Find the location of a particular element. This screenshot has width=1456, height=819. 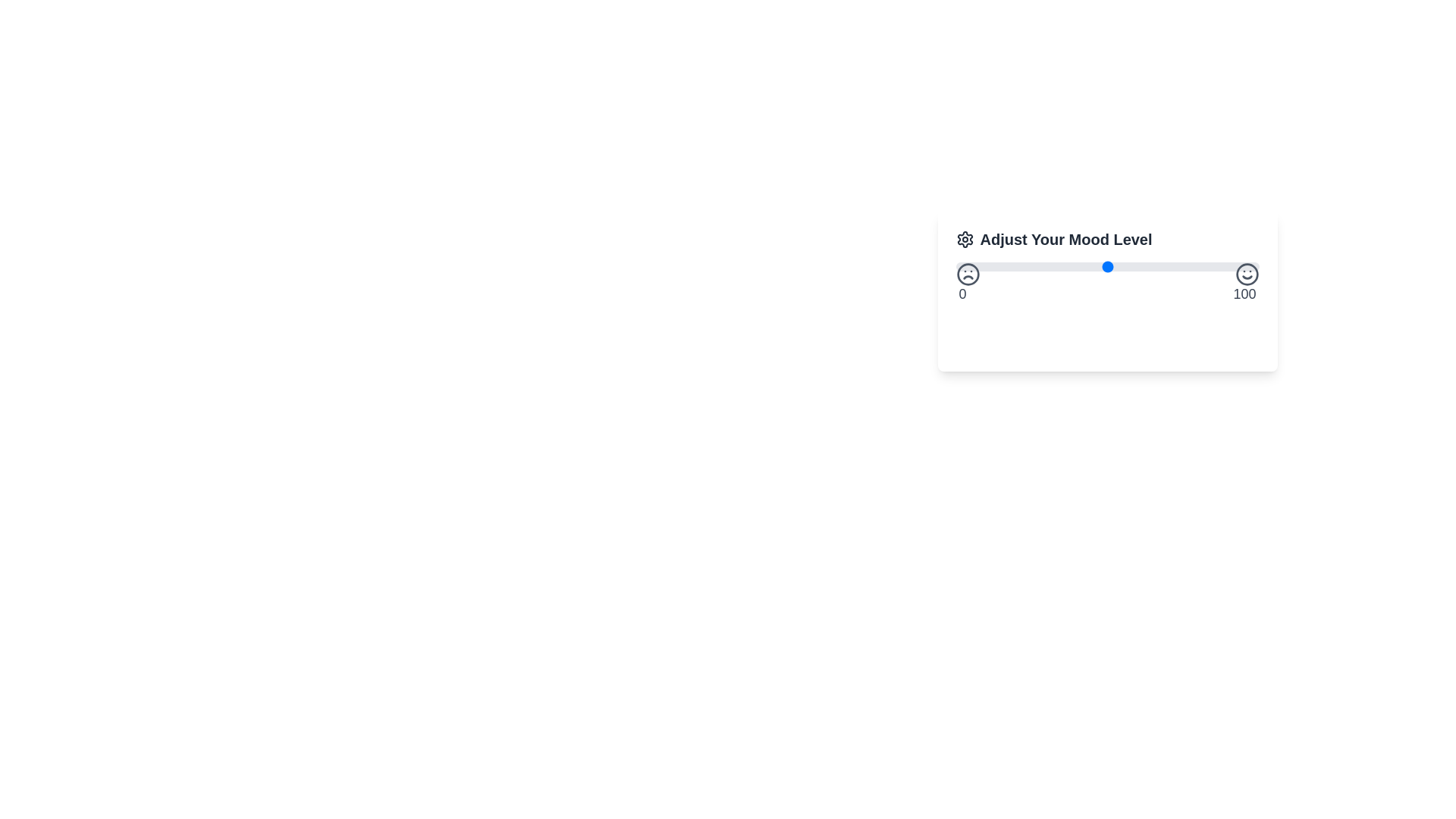

the gear-shaped icon located to the left of the text 'Adjust Your Mood Level' is located at coordinates (964, 239).